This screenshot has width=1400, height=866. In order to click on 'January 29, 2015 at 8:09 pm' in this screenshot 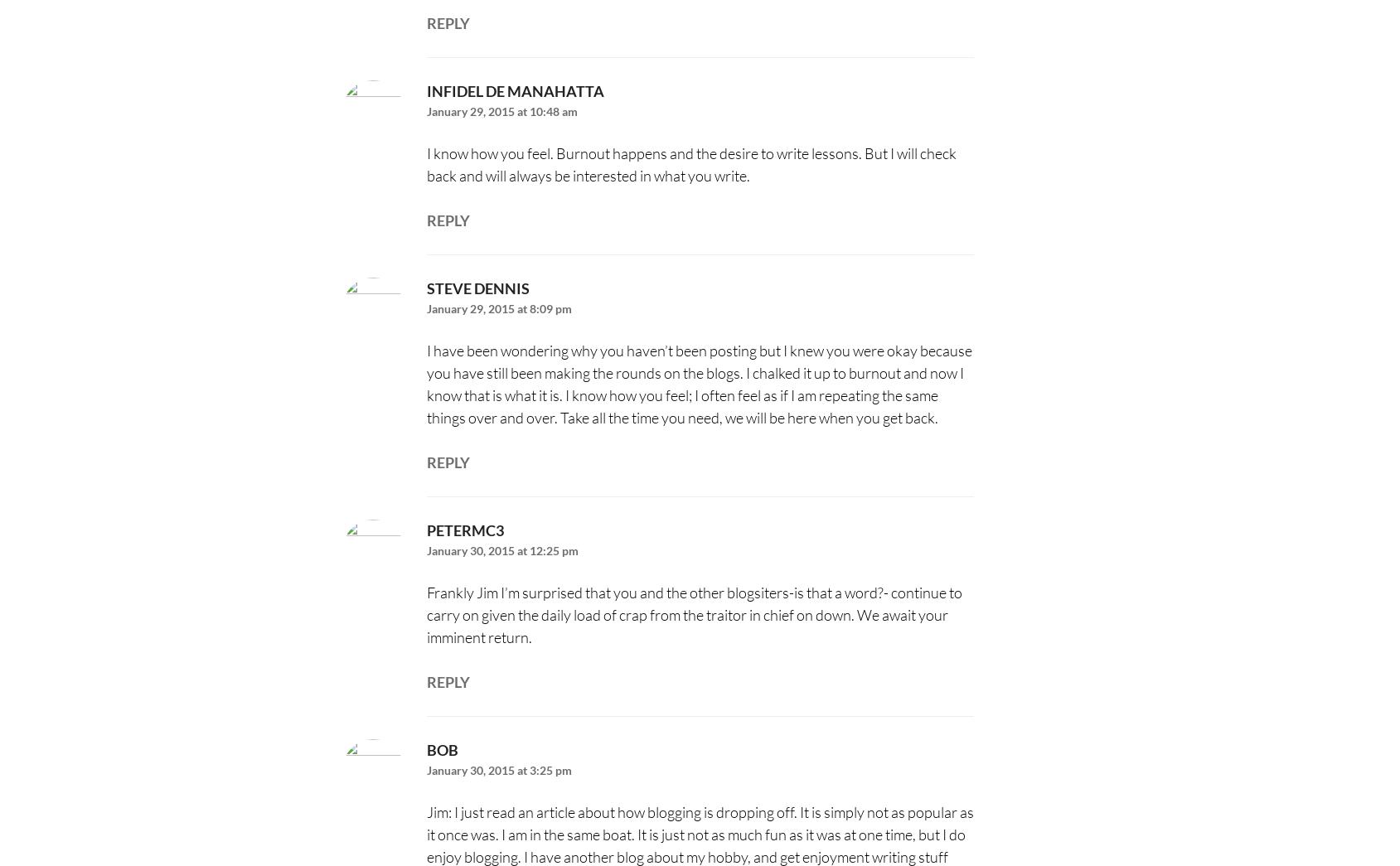, I will do `click(497, 307)`.